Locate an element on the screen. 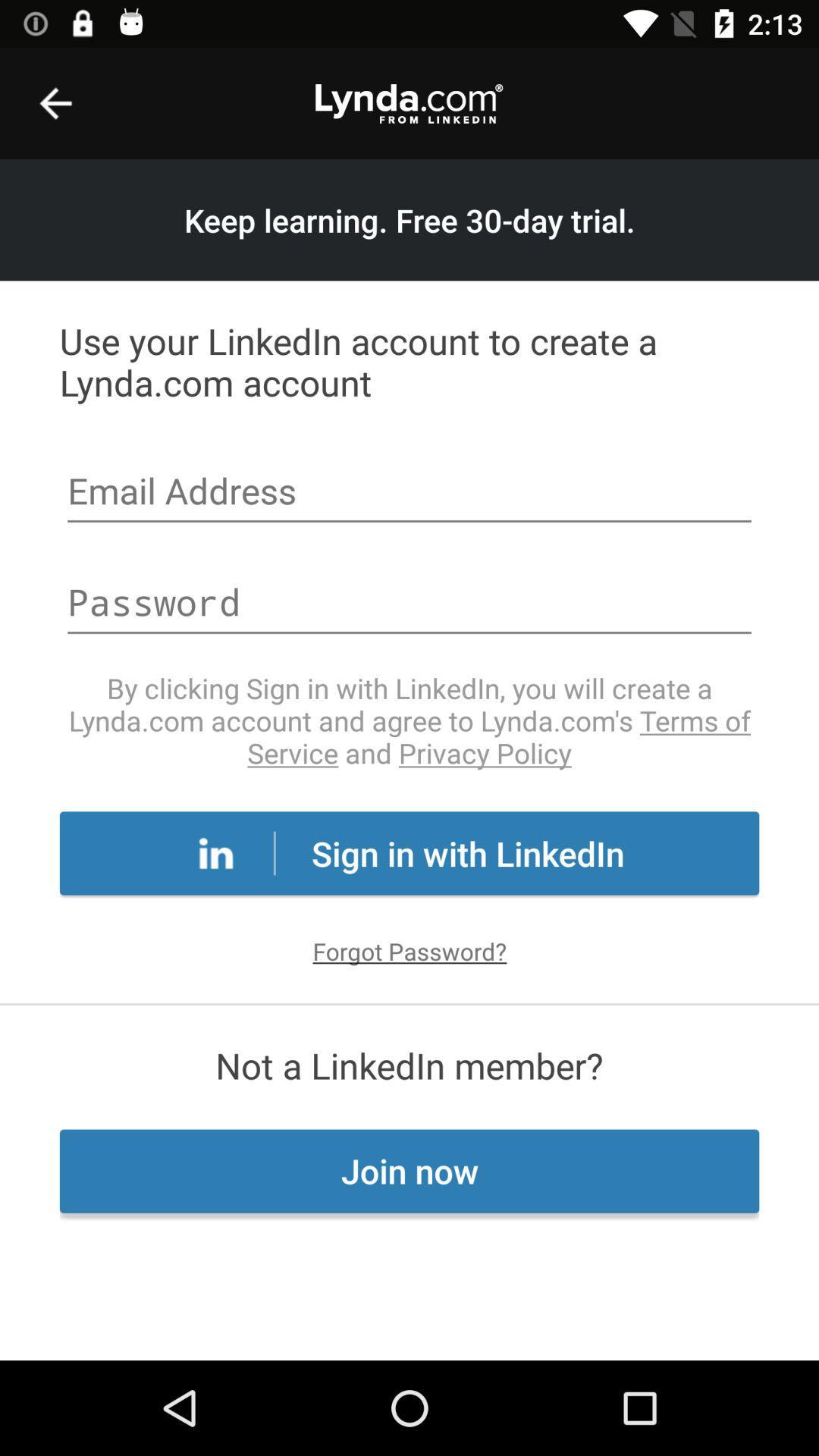 This screenshot has height=1456, width=819. the item below the not a linkedin icon is located at coordinates (409, 1170).